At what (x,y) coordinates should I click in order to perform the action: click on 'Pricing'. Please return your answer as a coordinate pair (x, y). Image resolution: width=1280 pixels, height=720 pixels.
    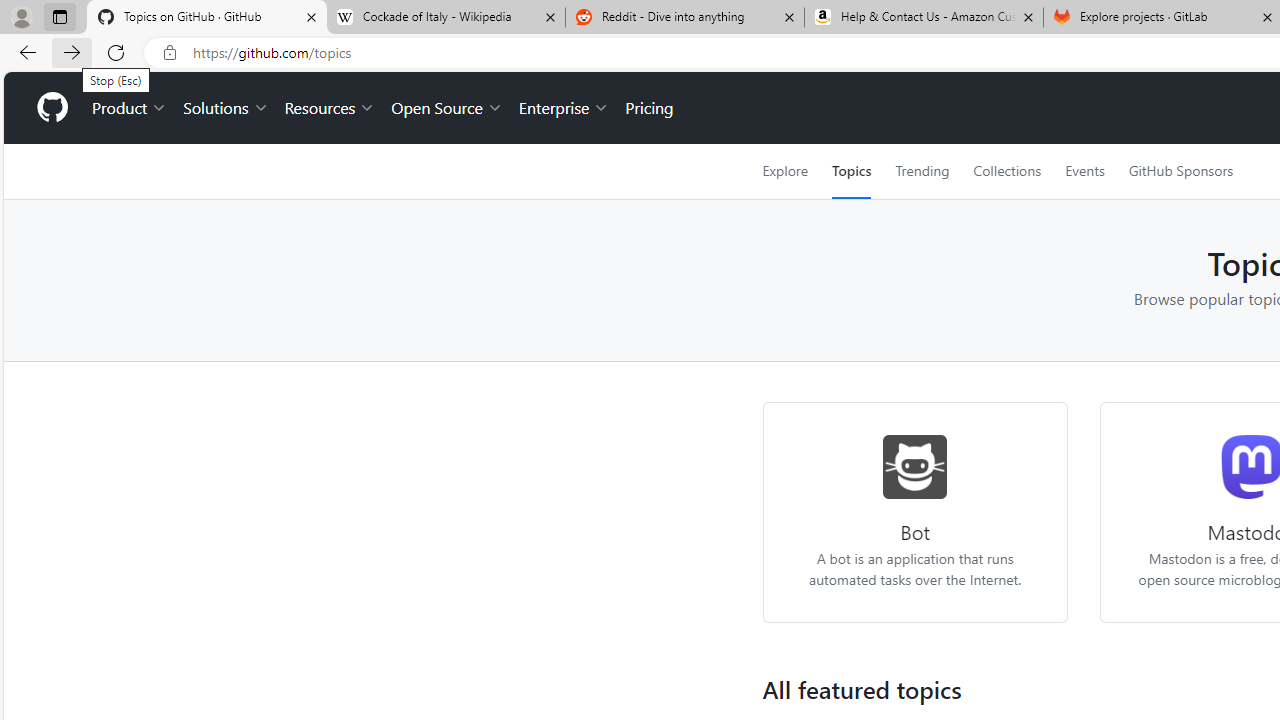
    Looking at the image, I should click on (649, 108).